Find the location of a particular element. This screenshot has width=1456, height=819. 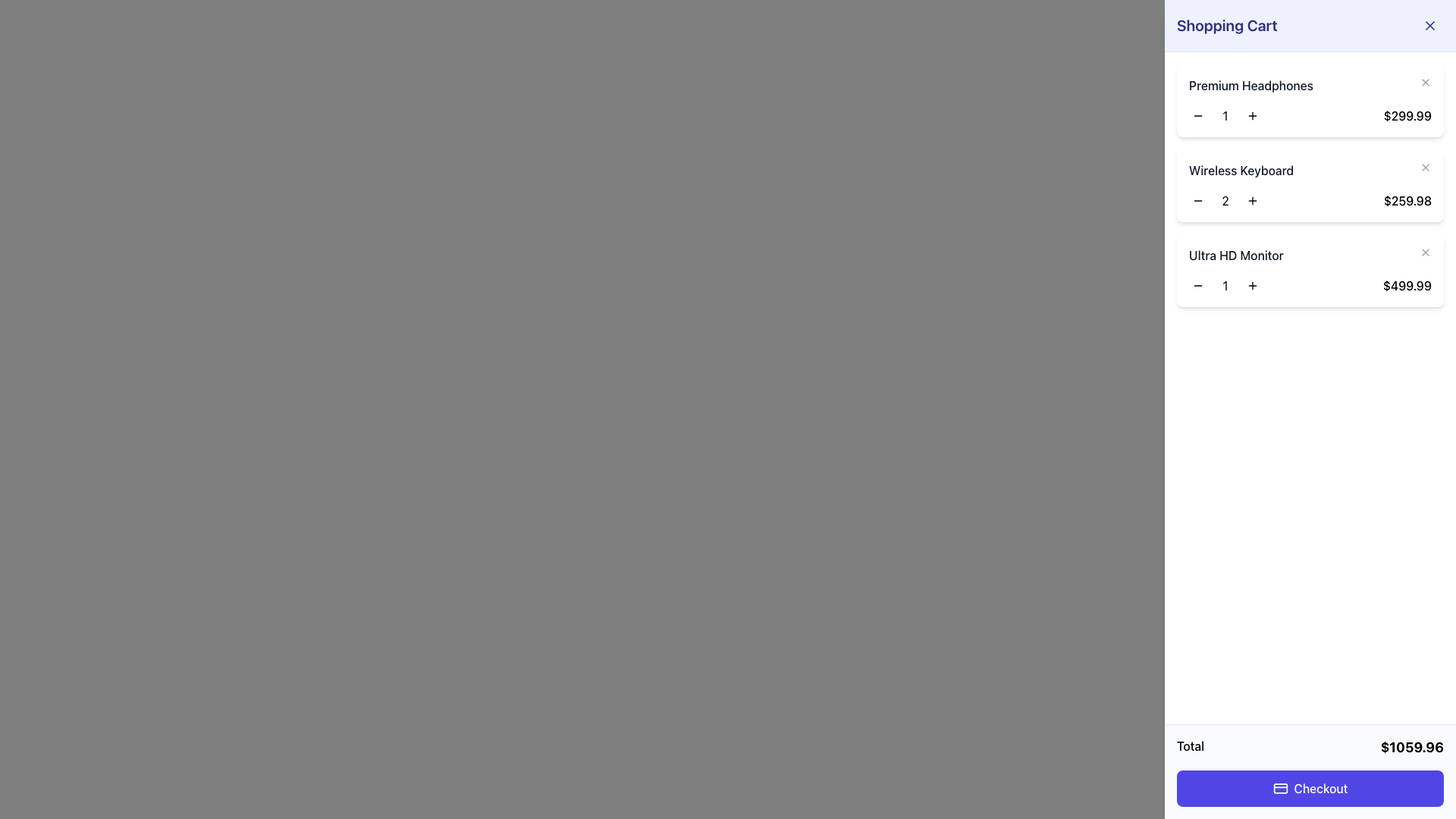

the text display showing the number '1' which is centered between the '-' and '+' buttons in the counter interface is located at coordinates (1225, 115).